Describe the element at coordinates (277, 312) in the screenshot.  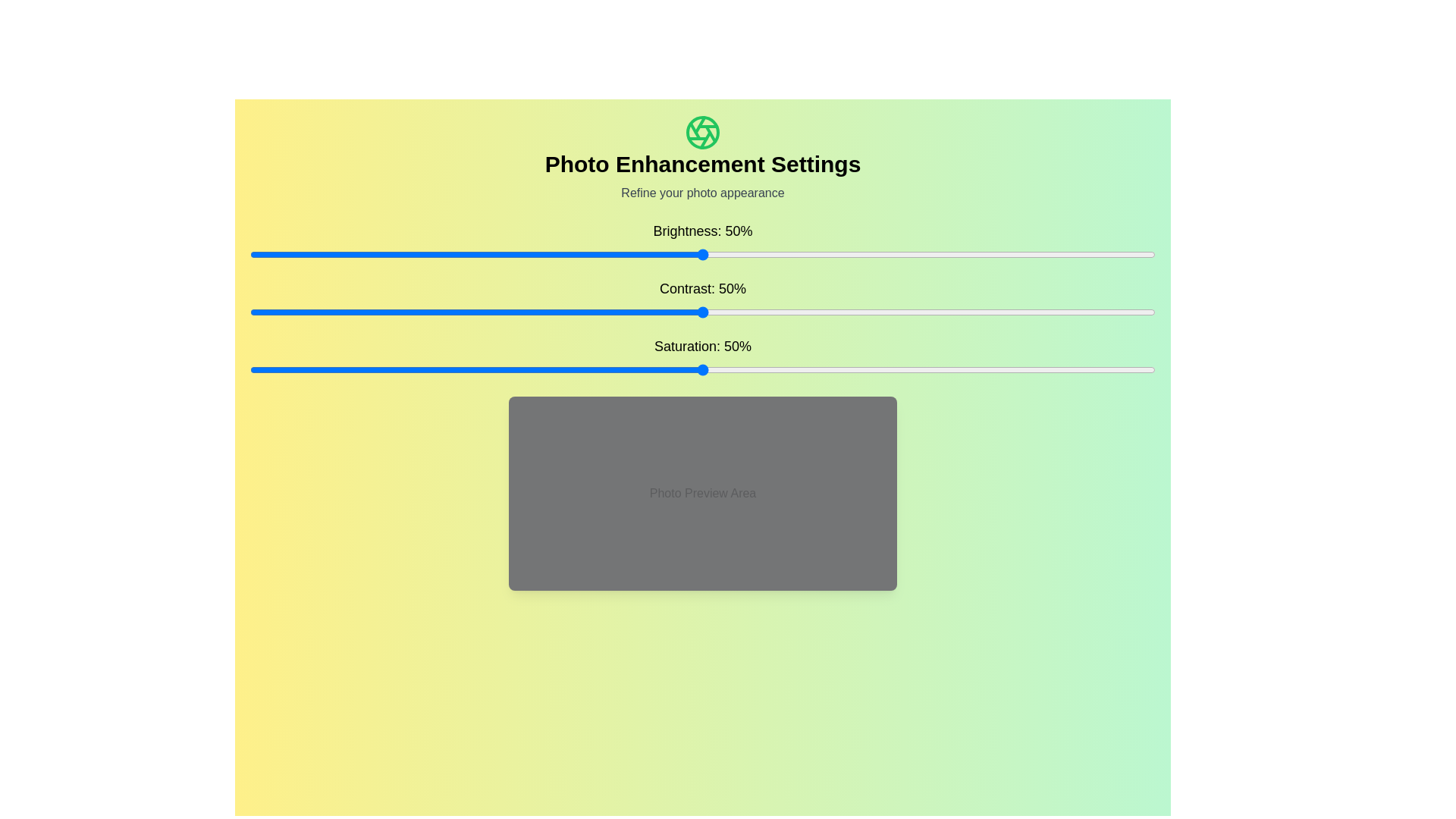
I see `the contrast slider to set the contrast to 3%` at that location.